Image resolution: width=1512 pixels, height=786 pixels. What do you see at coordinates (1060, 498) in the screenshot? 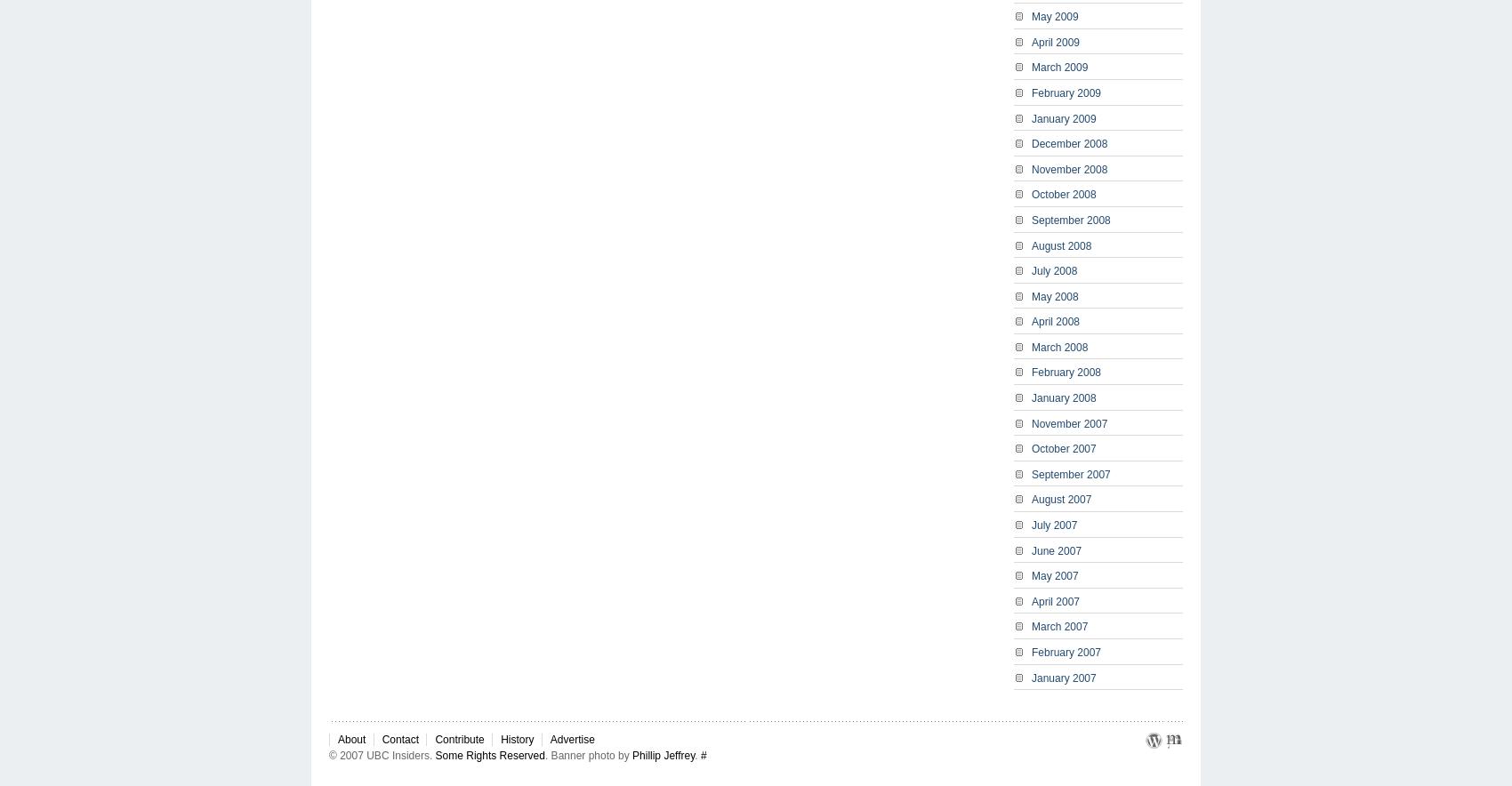
I see `'August 2007'` at bounding box center [1060, 498].